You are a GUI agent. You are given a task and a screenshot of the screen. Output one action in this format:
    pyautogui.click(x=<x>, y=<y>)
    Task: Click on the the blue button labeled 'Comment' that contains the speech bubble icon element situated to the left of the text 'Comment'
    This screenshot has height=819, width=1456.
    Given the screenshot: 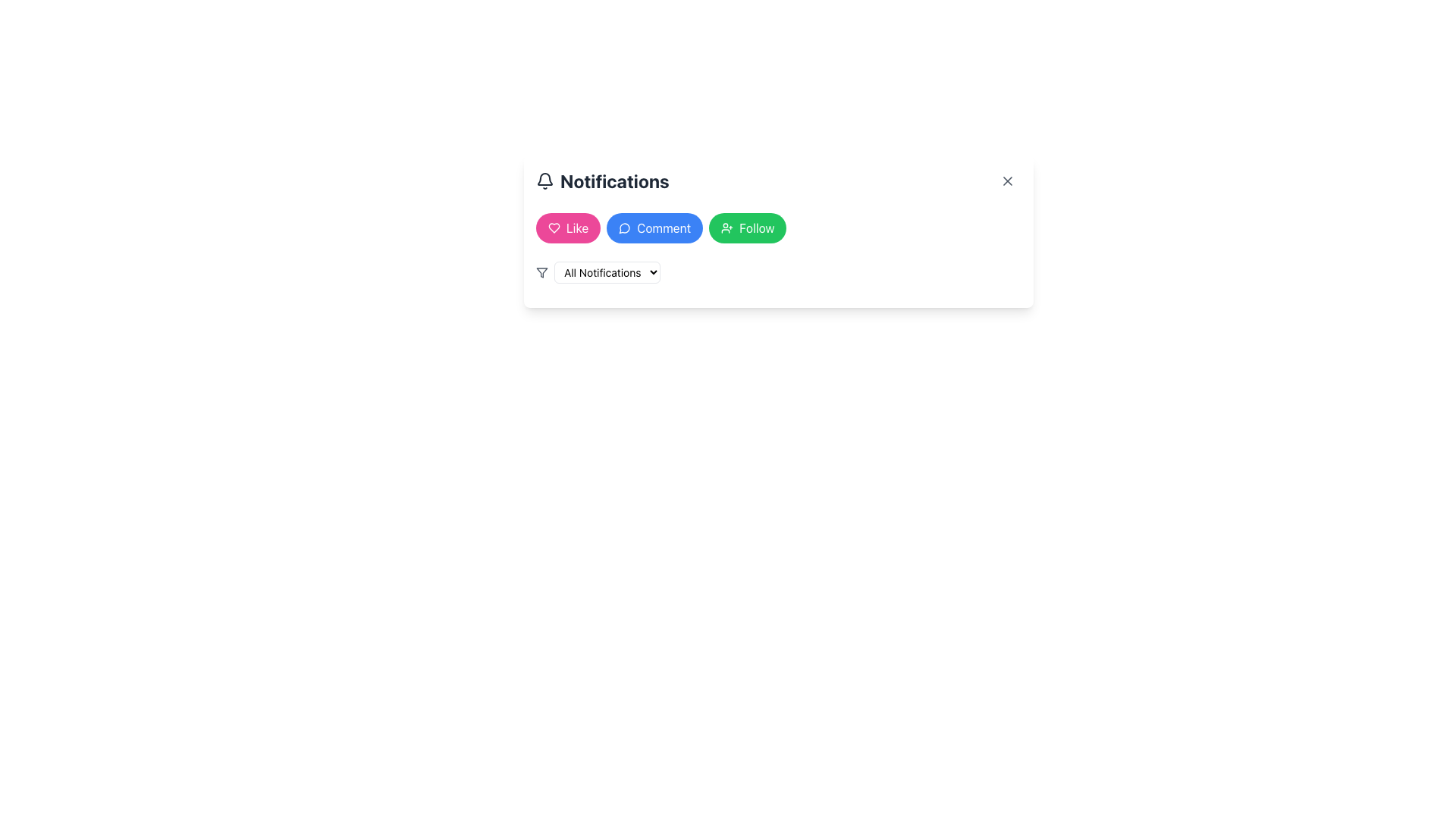 What is the action you would take?
    pyautogui.click(x=625, y=227)
    